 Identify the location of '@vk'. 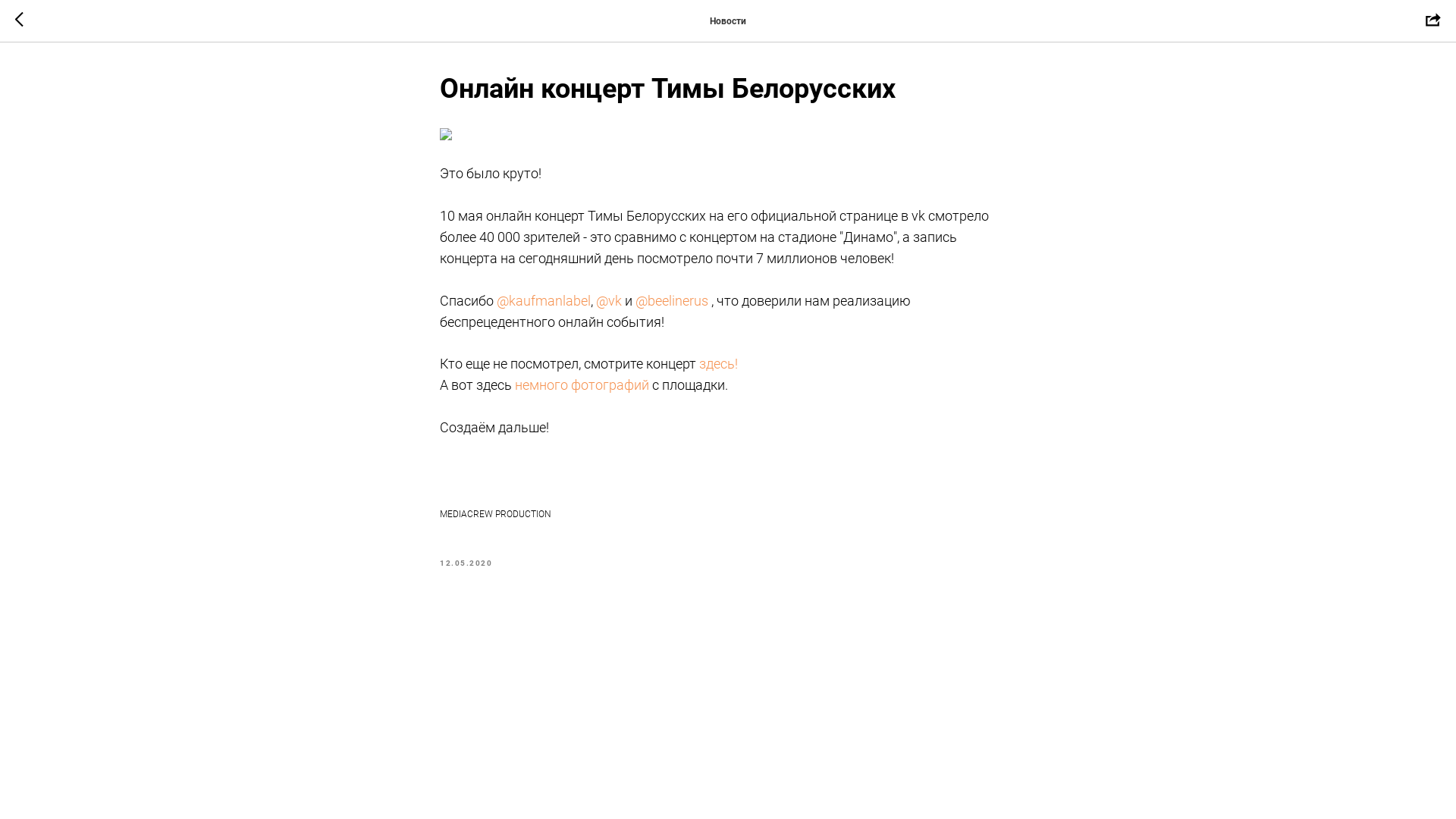
(608, 300).